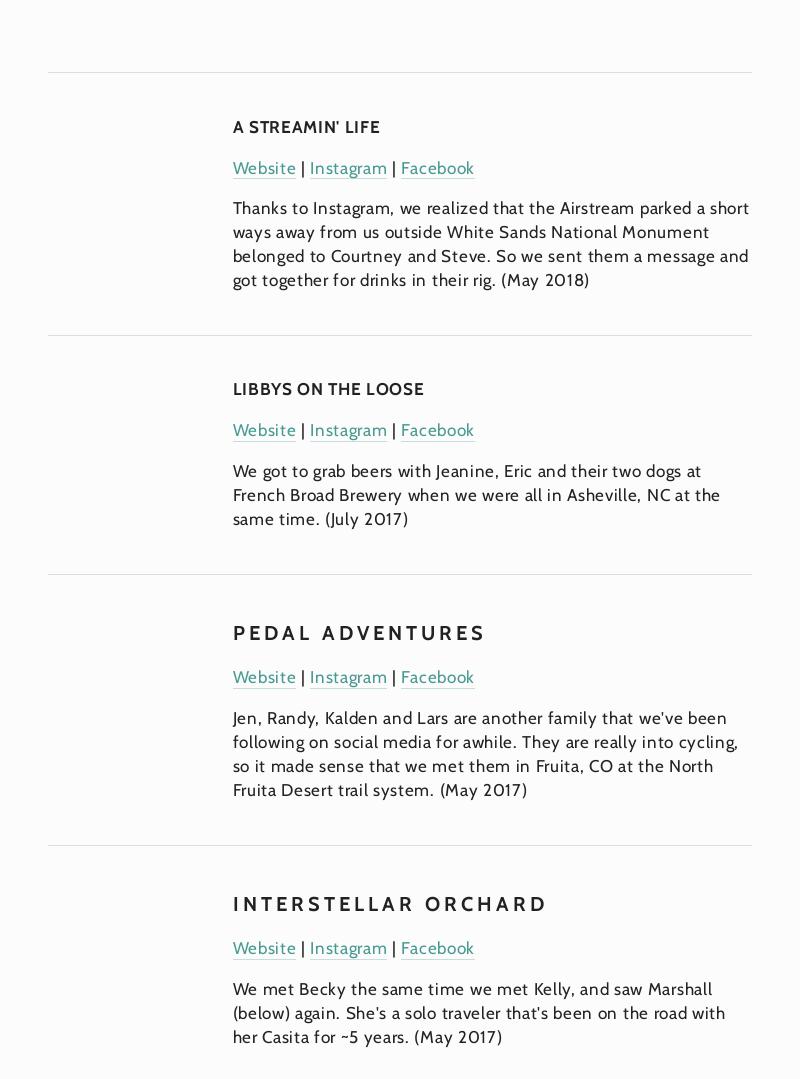  Describe the element at coordinates (480, 1012) in the screenshot. I see `'We met Becky the same time we met Kelly, and saw Marshall (below) again. She's a solo traveler that's been on the road with her Casita for ~5 years. (May 2017)'` at that location.